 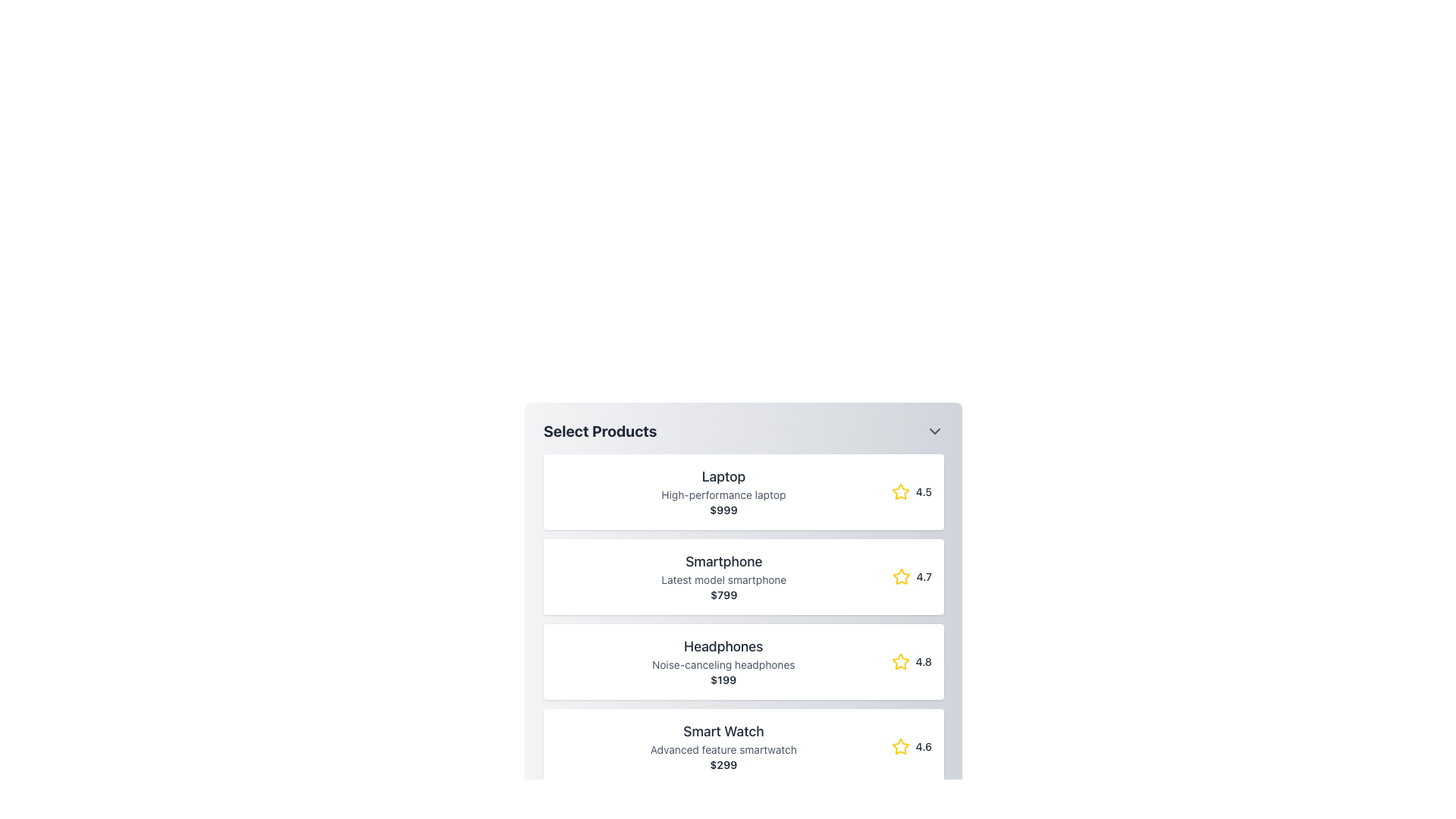 I want to click on the star-shaped icon with a yellow border, which is located to the left of the numeric rating value '4.7' in the Smartphone product section, so click(x=901, y=576).